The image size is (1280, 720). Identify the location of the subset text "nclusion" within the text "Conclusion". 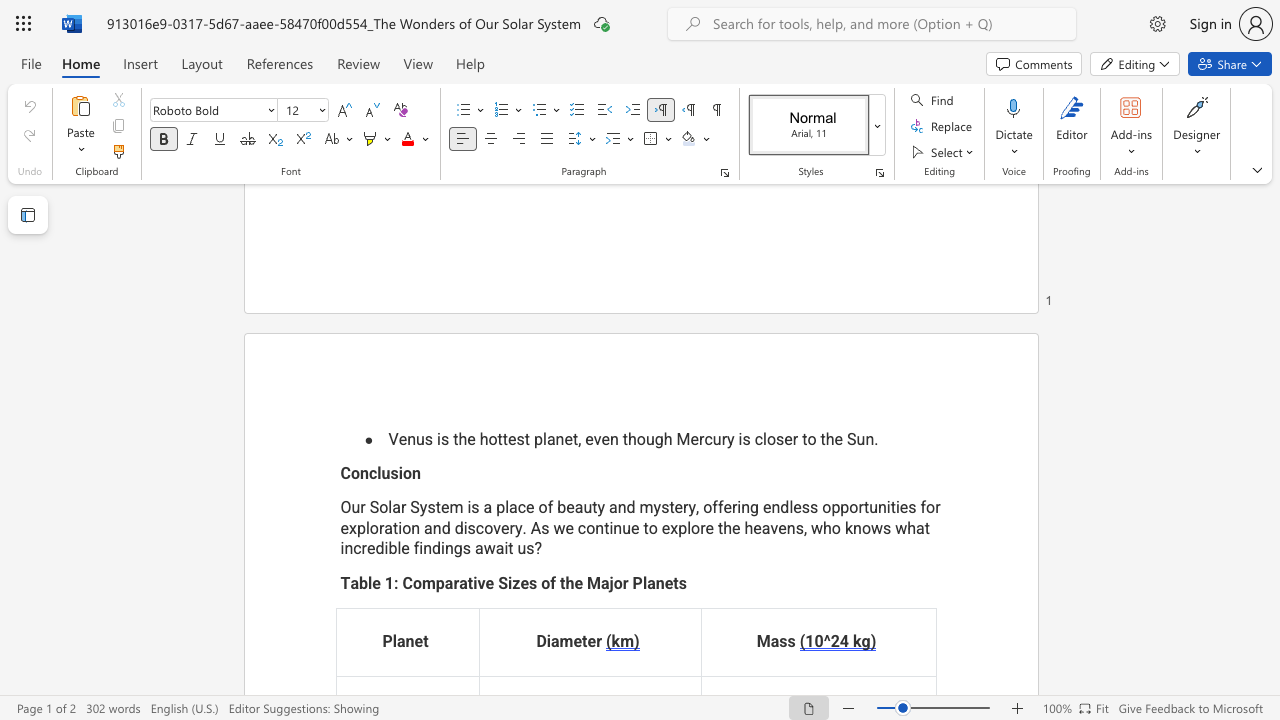
(359, 473).